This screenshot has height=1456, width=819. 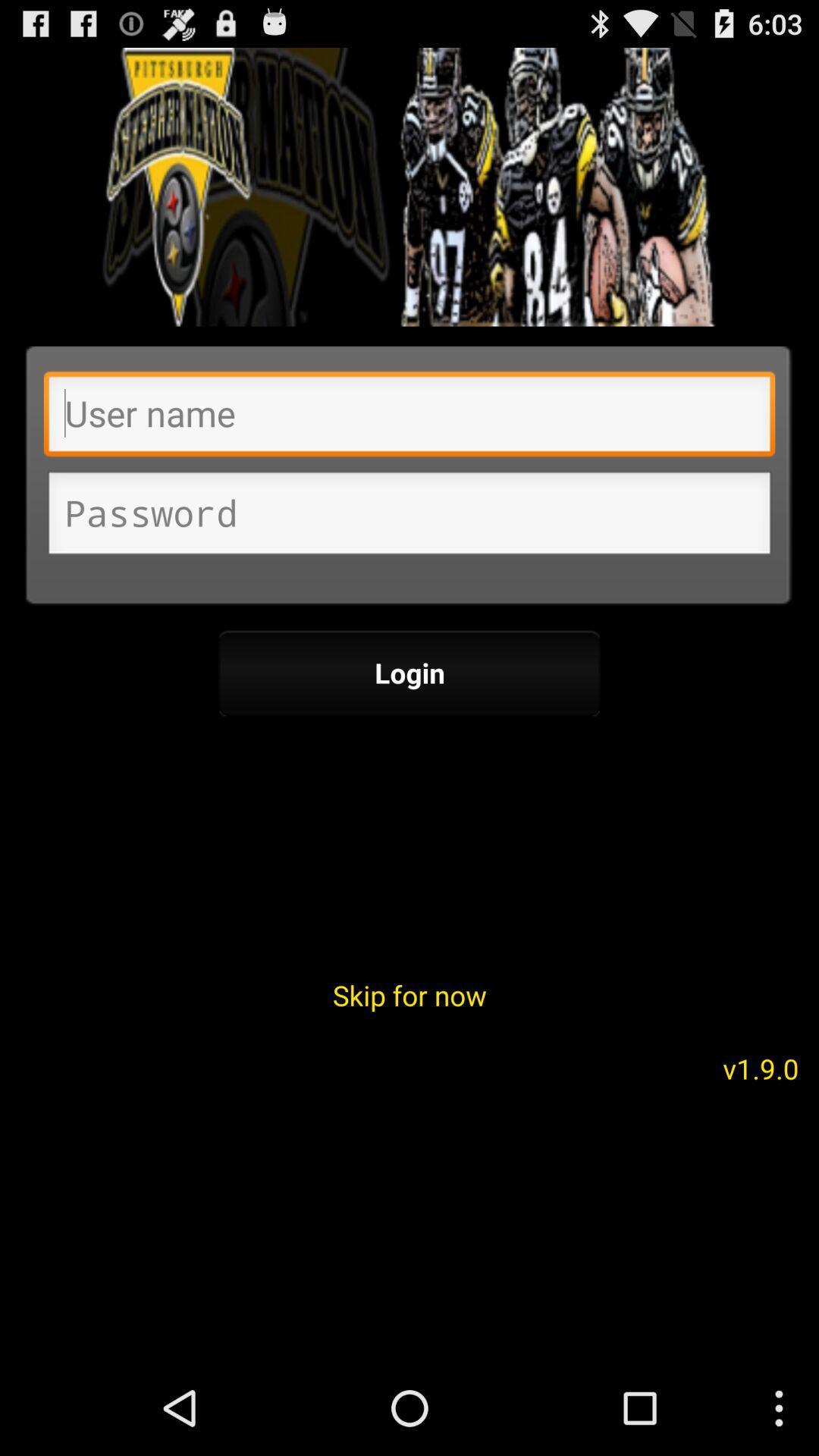 What do you see at coordinates (409, 517) in the screenshot?
I see `input password` at bounding box center [409, 517].